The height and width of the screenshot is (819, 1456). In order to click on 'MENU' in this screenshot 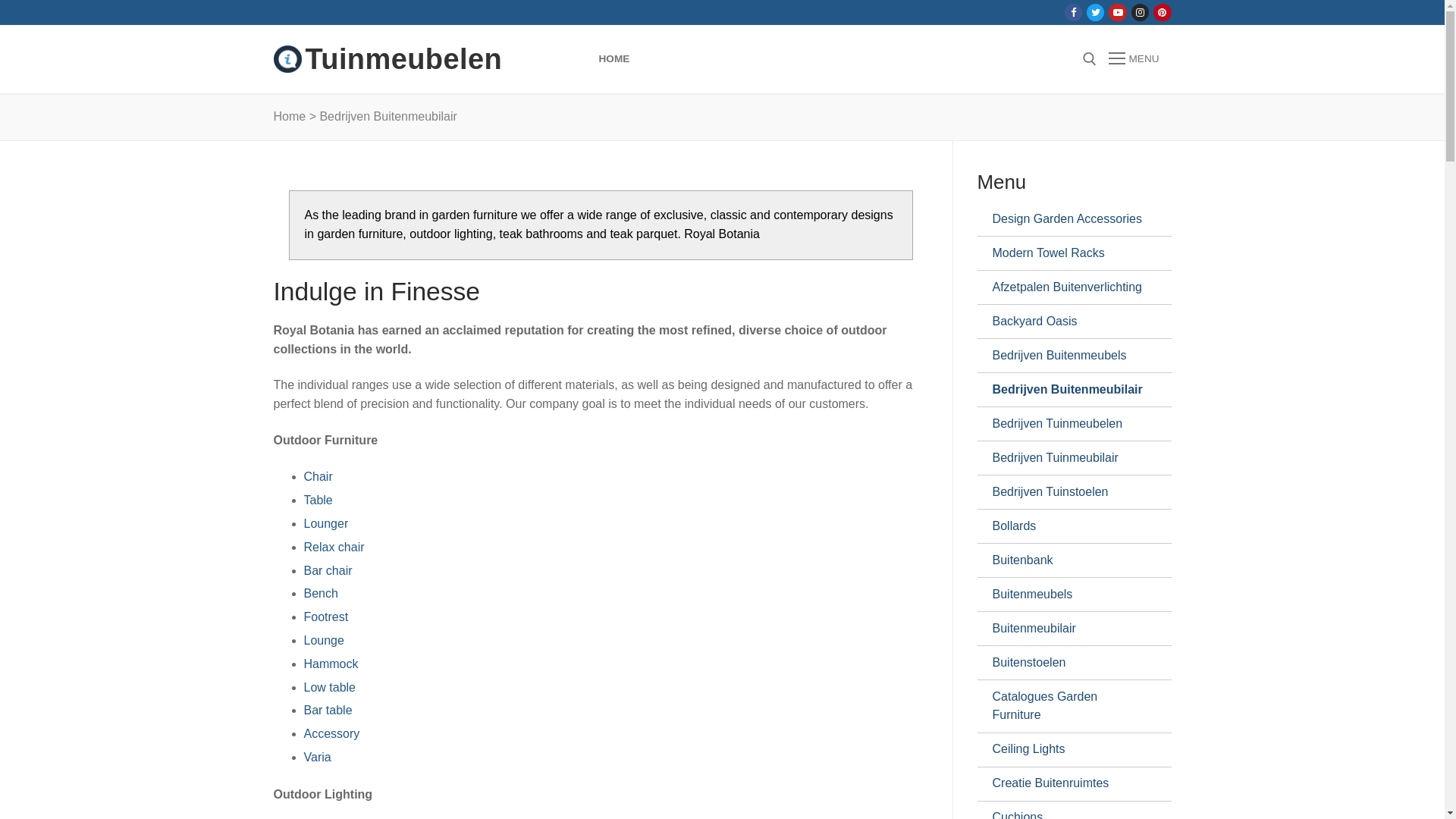, I will do `click(1133, 58)`.